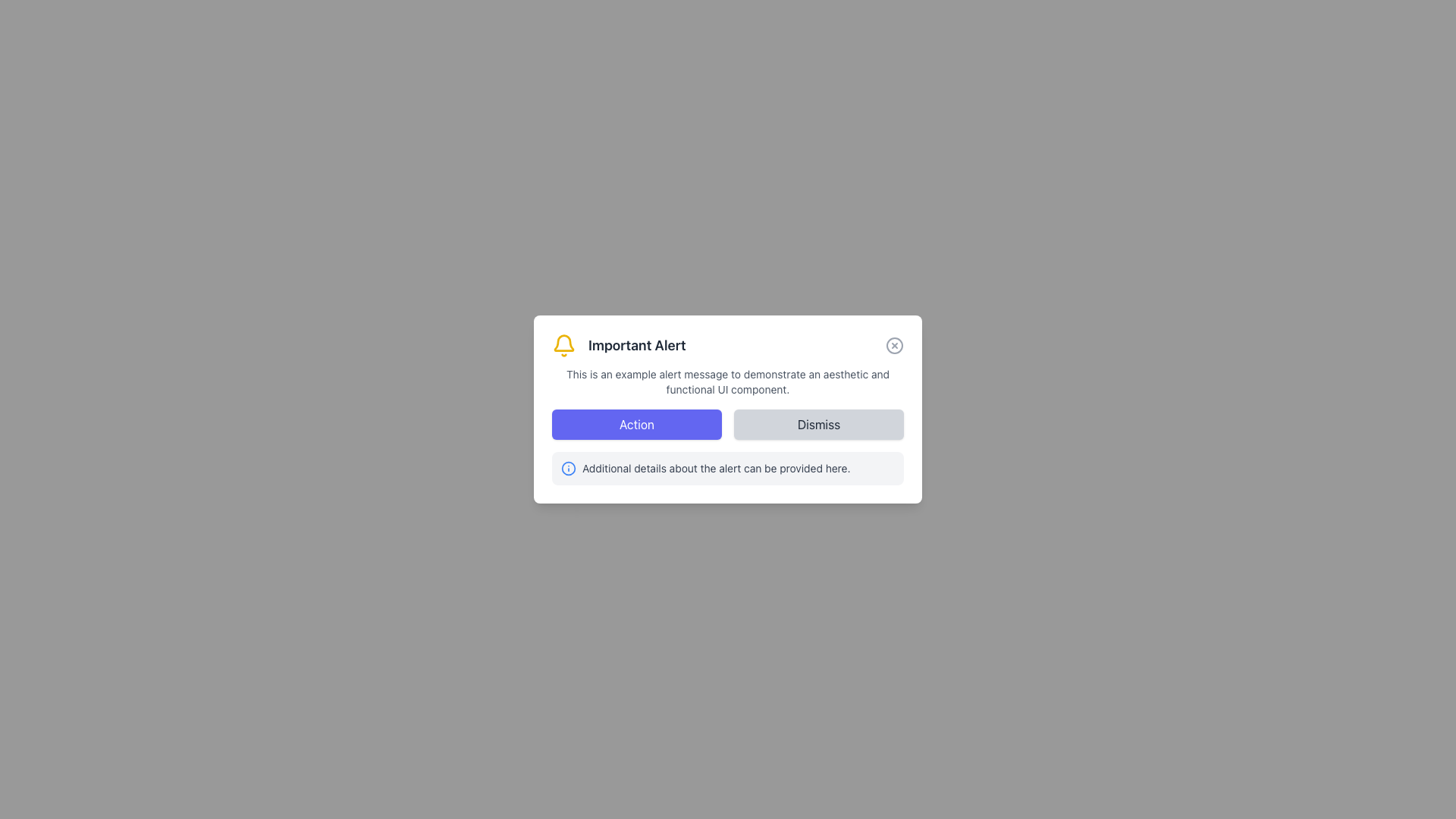 This screenshot has height=819, width=1456. Describe the element at coordinates (637, 345) in the screenshot. I see `text content of the alert message title, which is positioned immediately to the right of a yellow bell icon` at that location.